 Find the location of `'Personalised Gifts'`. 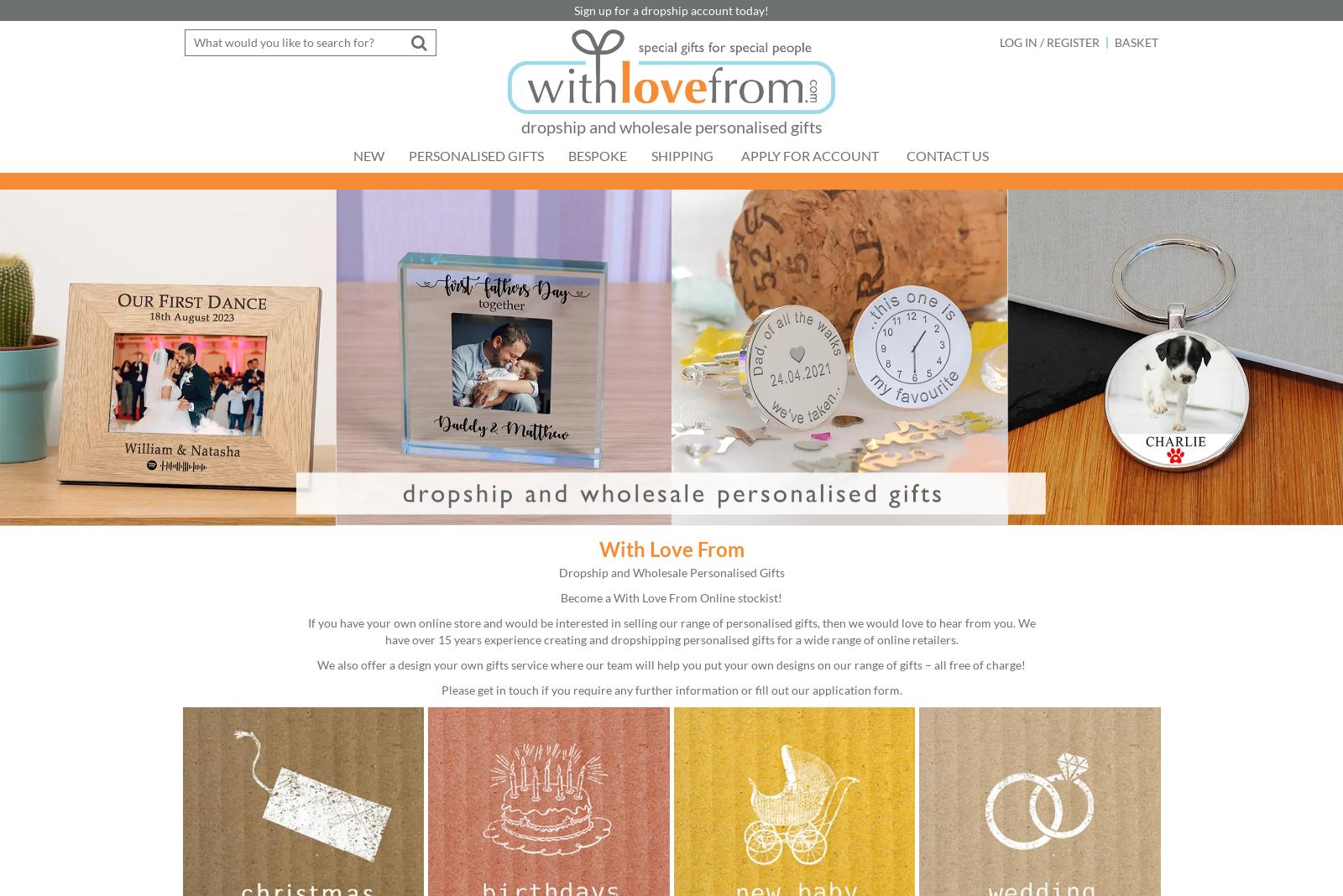

'Personalised Gifts' is located at coordinates (475, 155).